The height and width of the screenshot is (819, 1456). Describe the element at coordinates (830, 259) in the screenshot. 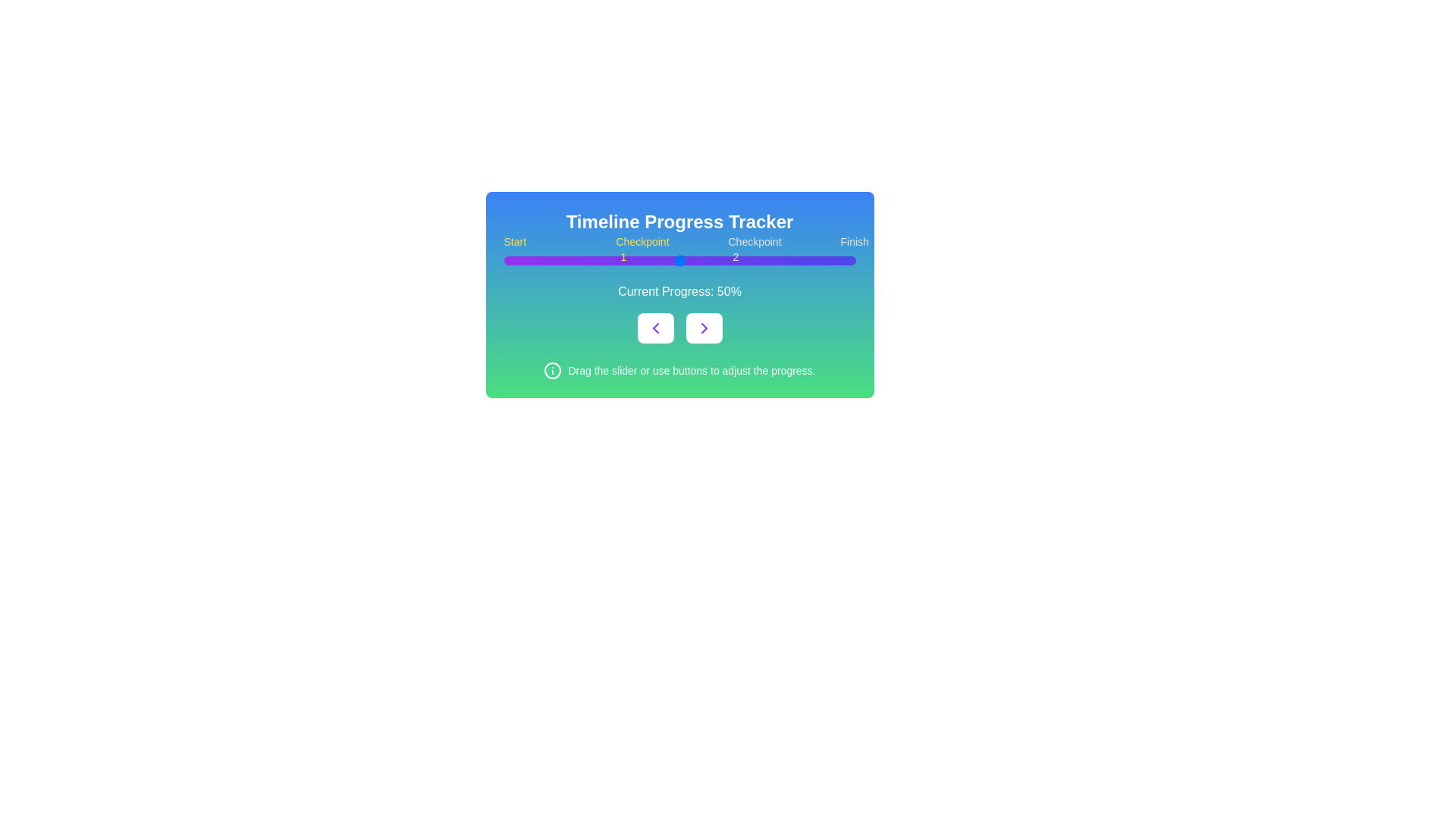

I see `progress on the slider` at that location.